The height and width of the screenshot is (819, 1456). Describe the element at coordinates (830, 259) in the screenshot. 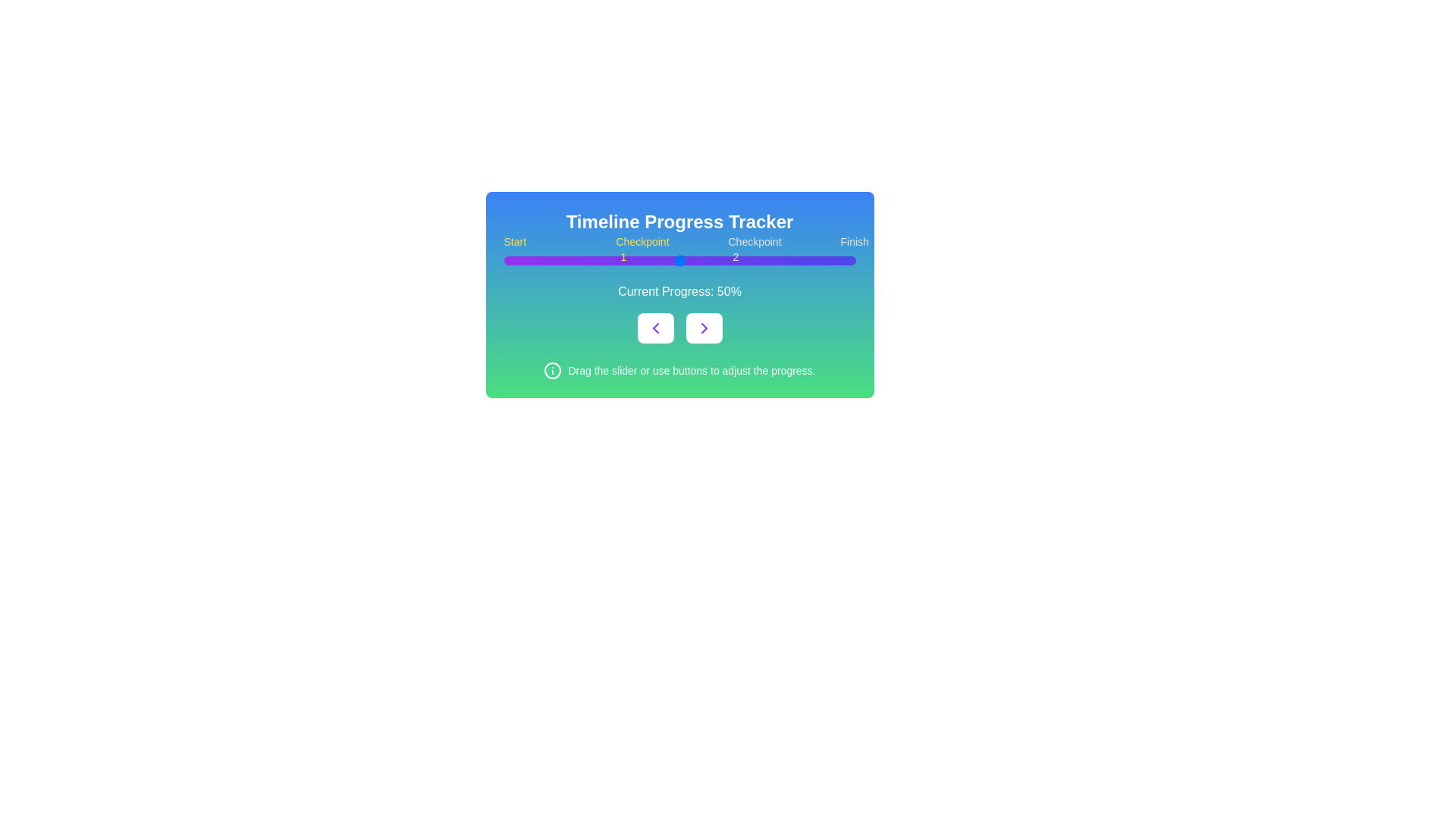

I see `progress on the slider` at that location.